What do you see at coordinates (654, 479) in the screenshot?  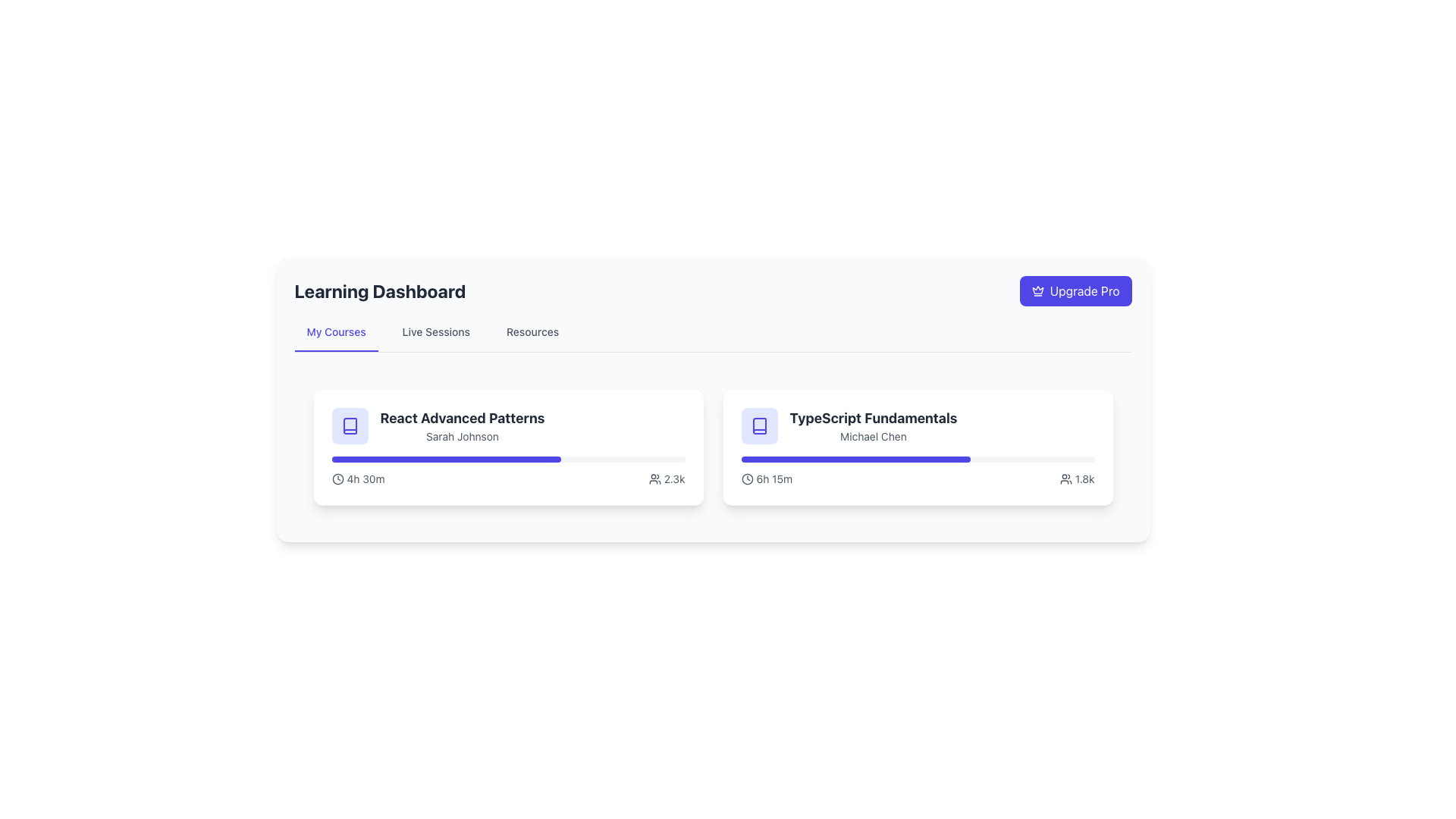 I see `the icon resembling two user figures, which is located beside the text '2.3k' in the 'My Courses' section of the dashboard` at bounding box center [654, 479].